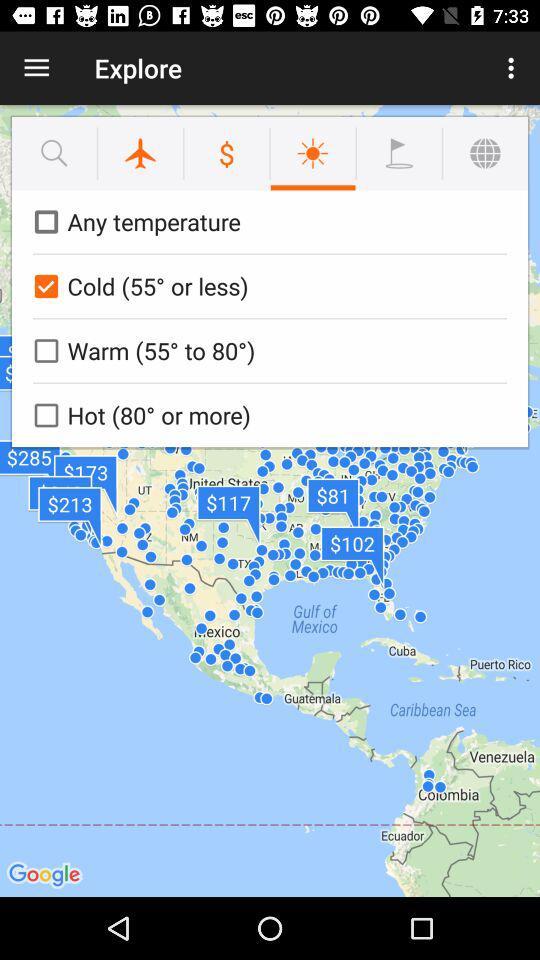  What do you see at coordinates (266, 414) in the screenshot?
I see `hot 80 or icon` at bounding box center [266, 414].